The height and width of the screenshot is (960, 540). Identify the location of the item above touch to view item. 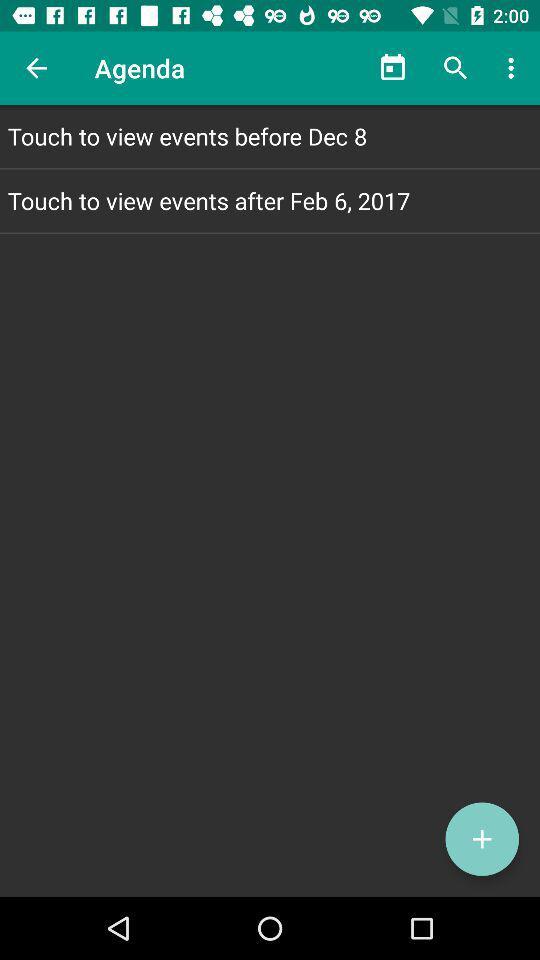
(36, 68).